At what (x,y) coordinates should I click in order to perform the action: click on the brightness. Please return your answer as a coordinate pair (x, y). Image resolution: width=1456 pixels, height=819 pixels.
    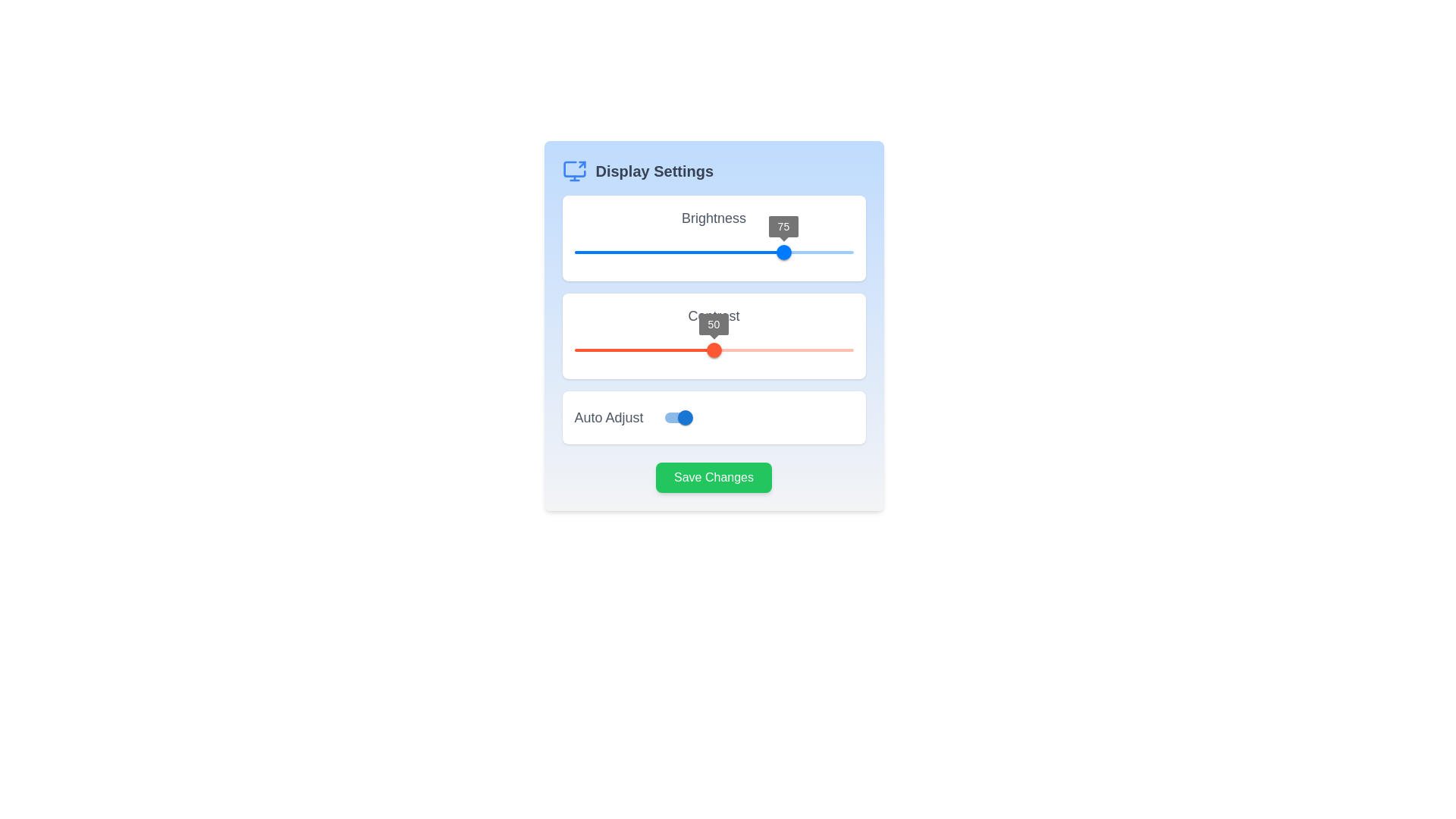
    Looking at the image, I should click on (843, 251).